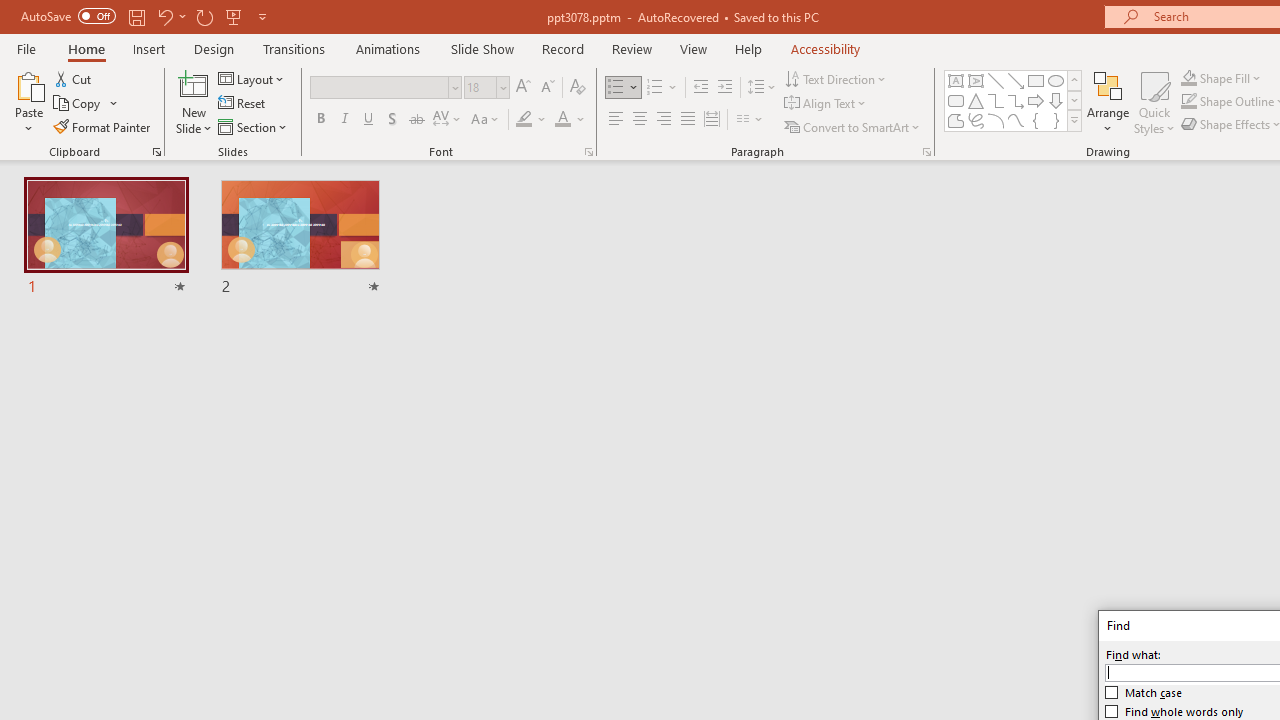 The width and height of the screenshot is (1280, 720). Describe the element at coordinates (1144, 692) in the screenshot. I see `'Match case'` at that location.